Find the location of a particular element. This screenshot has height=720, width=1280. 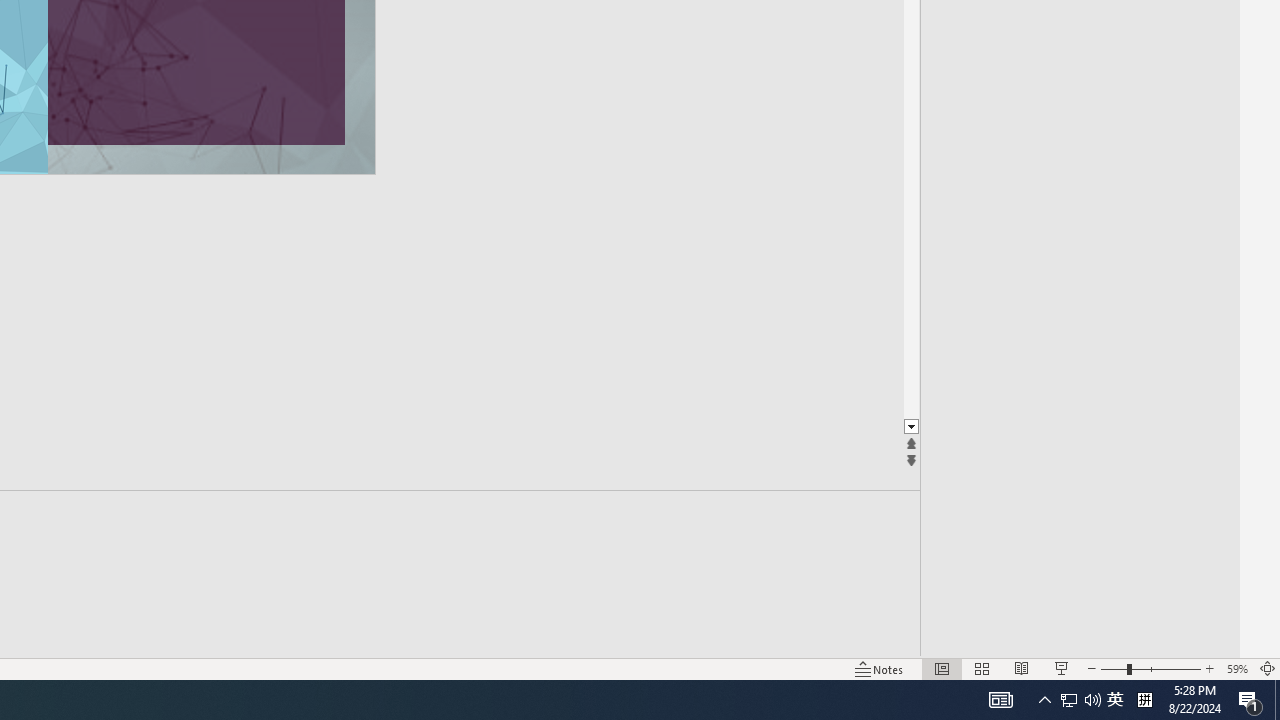

'Notes ' is located at coordinates (879, 669).